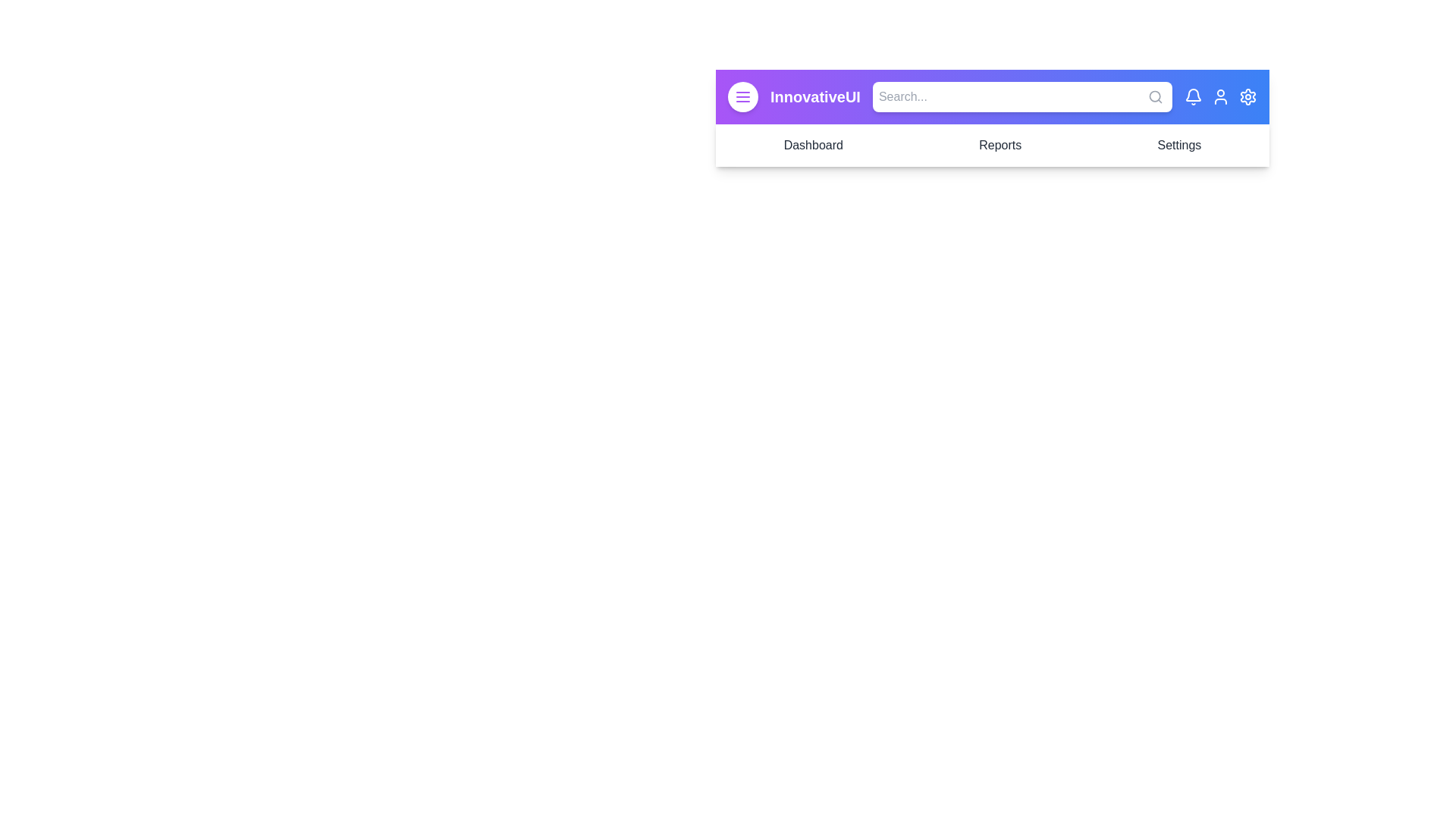 This screenshot has width=1456, height=819. I want to click on the settings icon to access configuration options, so click(1248, 96).